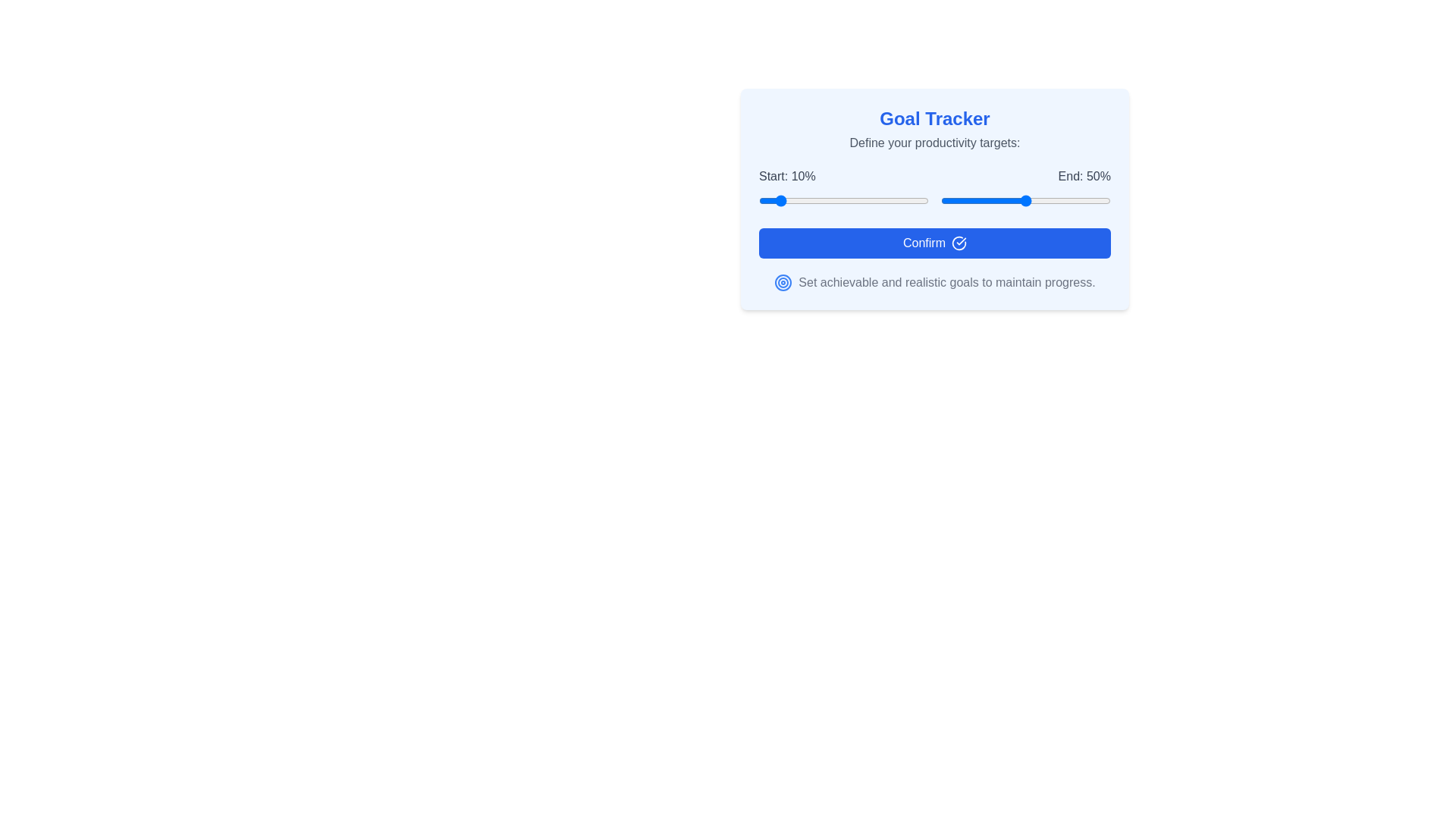 The width and height of the screenshot is (1456, 819). I want to click on the text label displaying 'Start: 10%' and 'End: 50%' which is styled in gray and aligned horizontally, located above the slider interface, so click(934, 175).